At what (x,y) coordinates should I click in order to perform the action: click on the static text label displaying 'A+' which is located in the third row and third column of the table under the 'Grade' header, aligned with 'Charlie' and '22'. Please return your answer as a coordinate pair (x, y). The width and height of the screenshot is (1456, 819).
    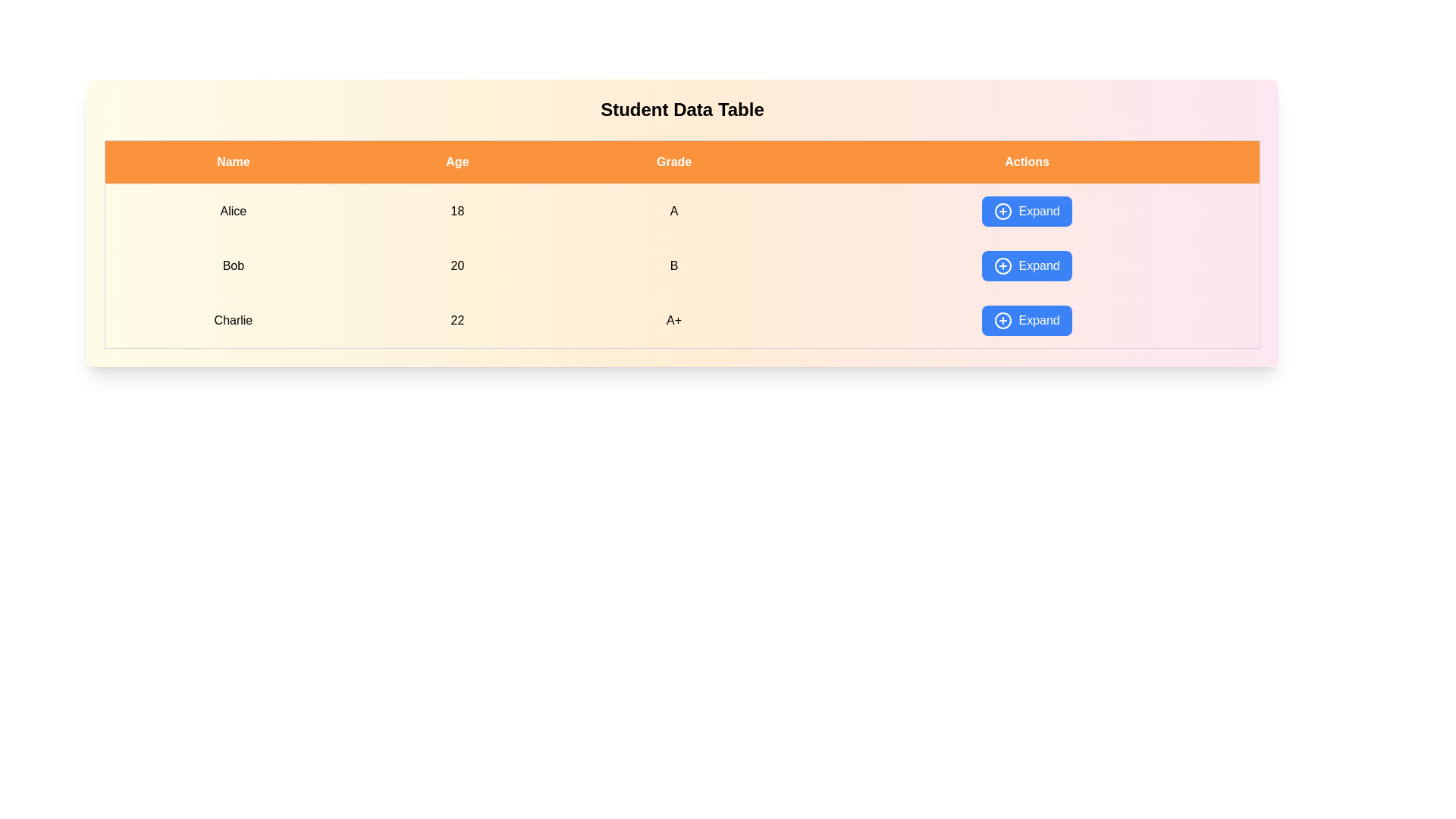
    Looking at the image, I should click on (673, 320).